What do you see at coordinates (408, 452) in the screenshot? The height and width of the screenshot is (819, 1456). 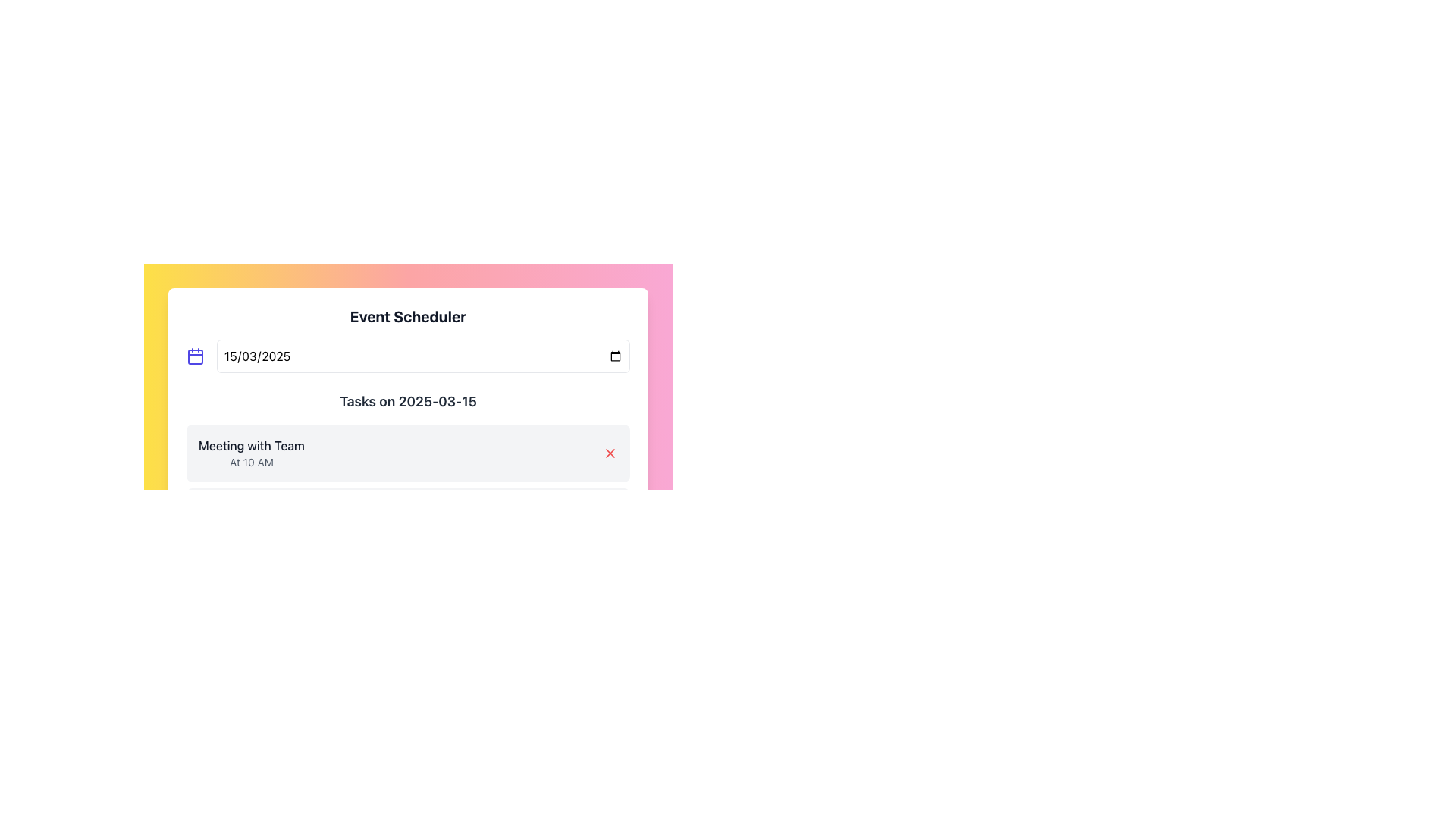 I see `the task card displaying the meeting scheduled at 10 AM` at bounding box center [408, 452].